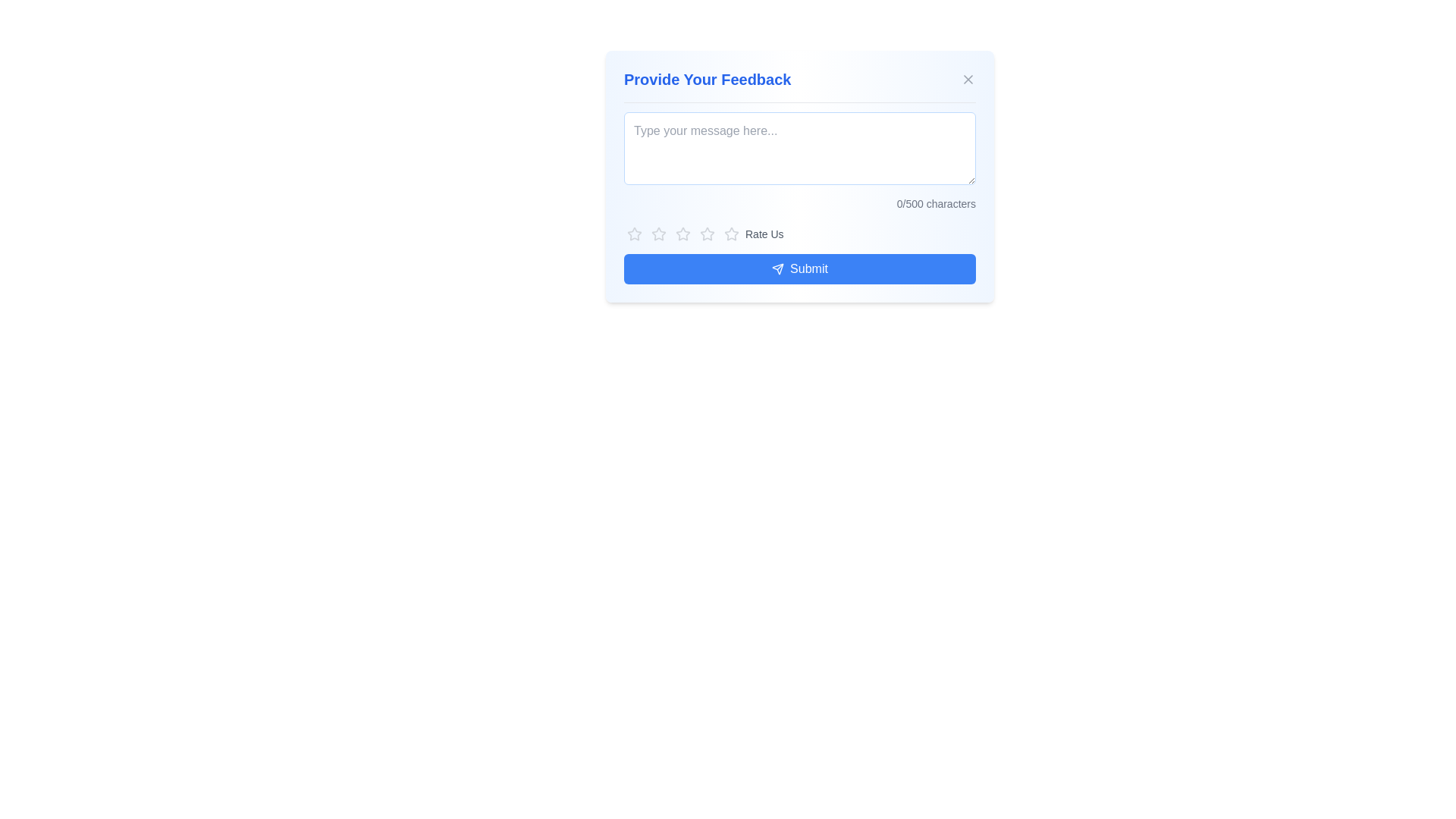 The width and height of the screenshot is (1456, 819). I want to click on the central star icon, which is the third star in a row of five stars below the input box and above the 'Submit' button, so click(731, 234).